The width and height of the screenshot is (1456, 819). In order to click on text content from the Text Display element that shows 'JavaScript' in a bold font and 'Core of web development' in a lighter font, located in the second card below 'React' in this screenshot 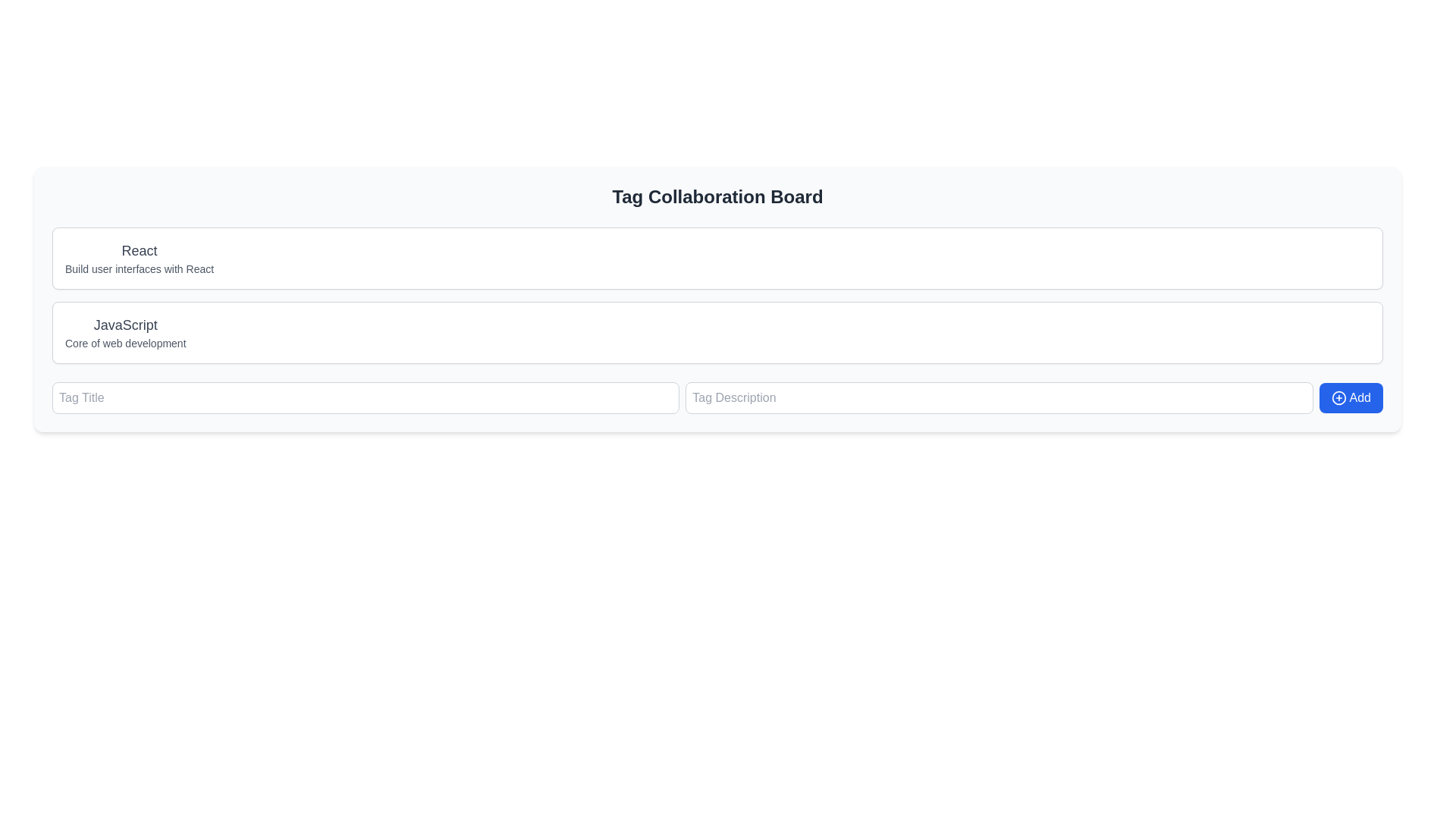, I will do `click(125, 332)`.